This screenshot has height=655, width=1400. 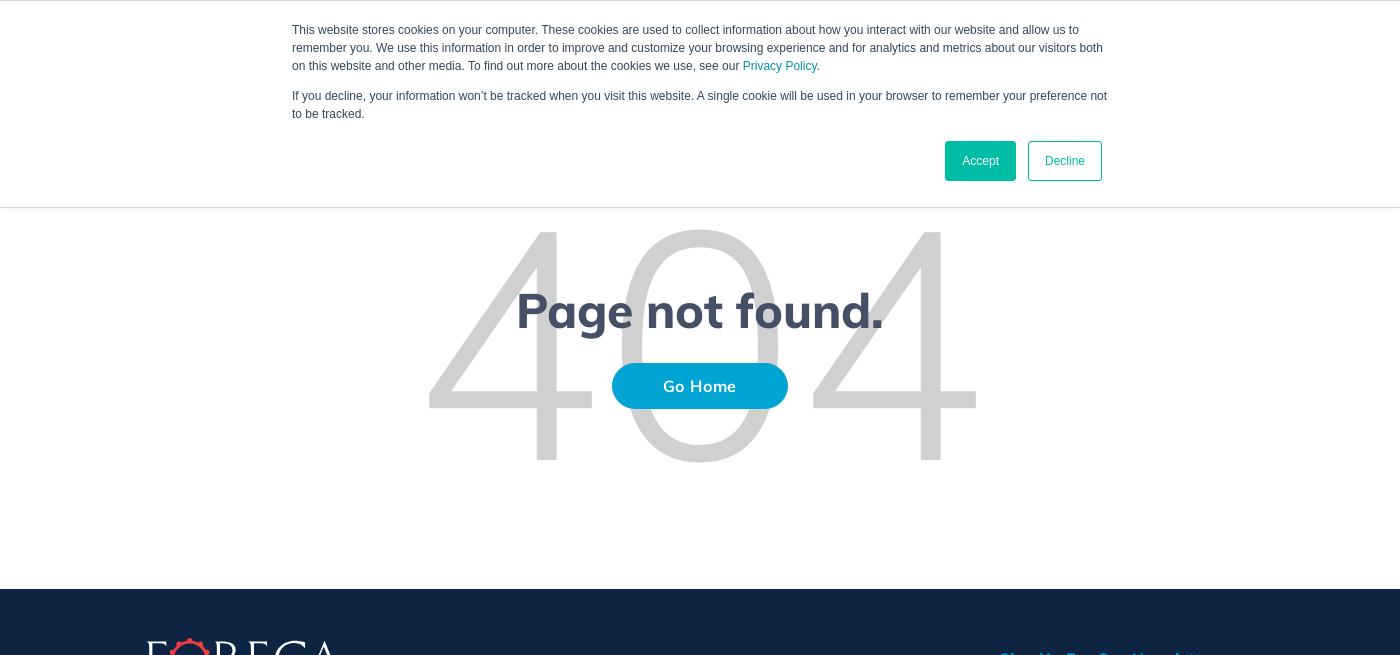 I want to click on 'About us', so click(x=1028, y=56).